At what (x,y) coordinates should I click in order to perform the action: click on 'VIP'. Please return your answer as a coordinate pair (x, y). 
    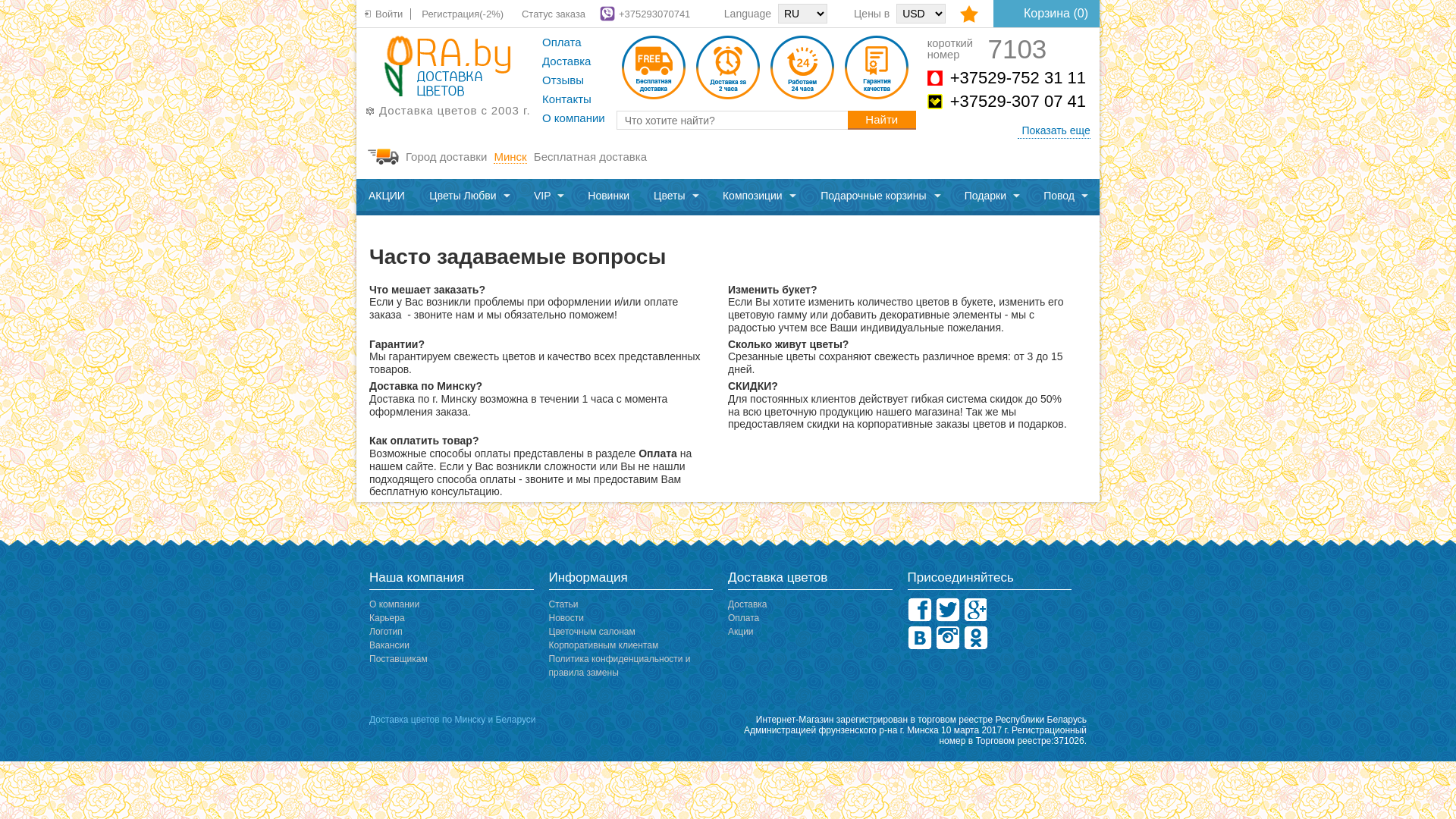
    Looking at the image, I should click on (548, 196).